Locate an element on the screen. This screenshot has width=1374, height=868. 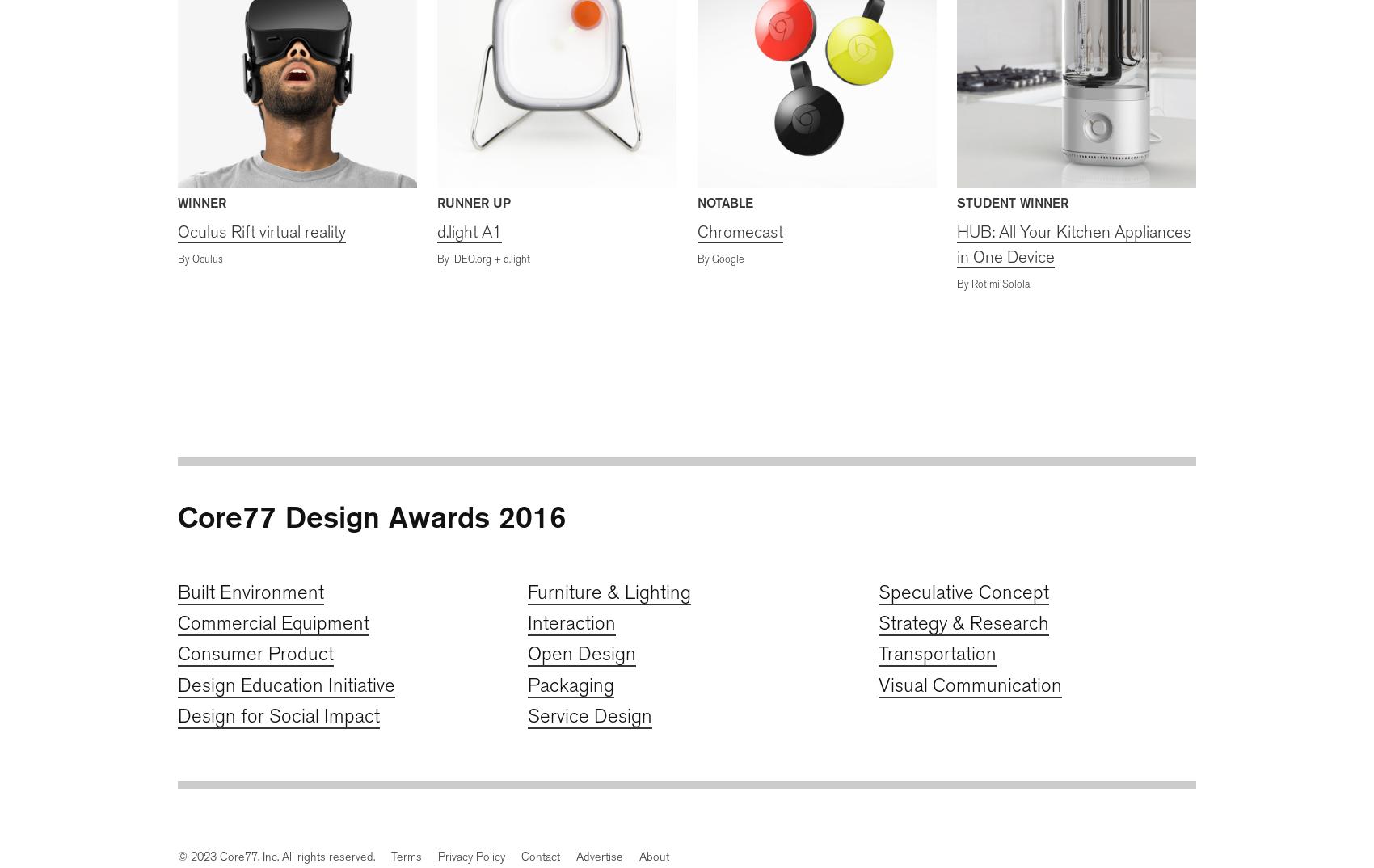
'Advertise' is located at coordinates (600, 856).